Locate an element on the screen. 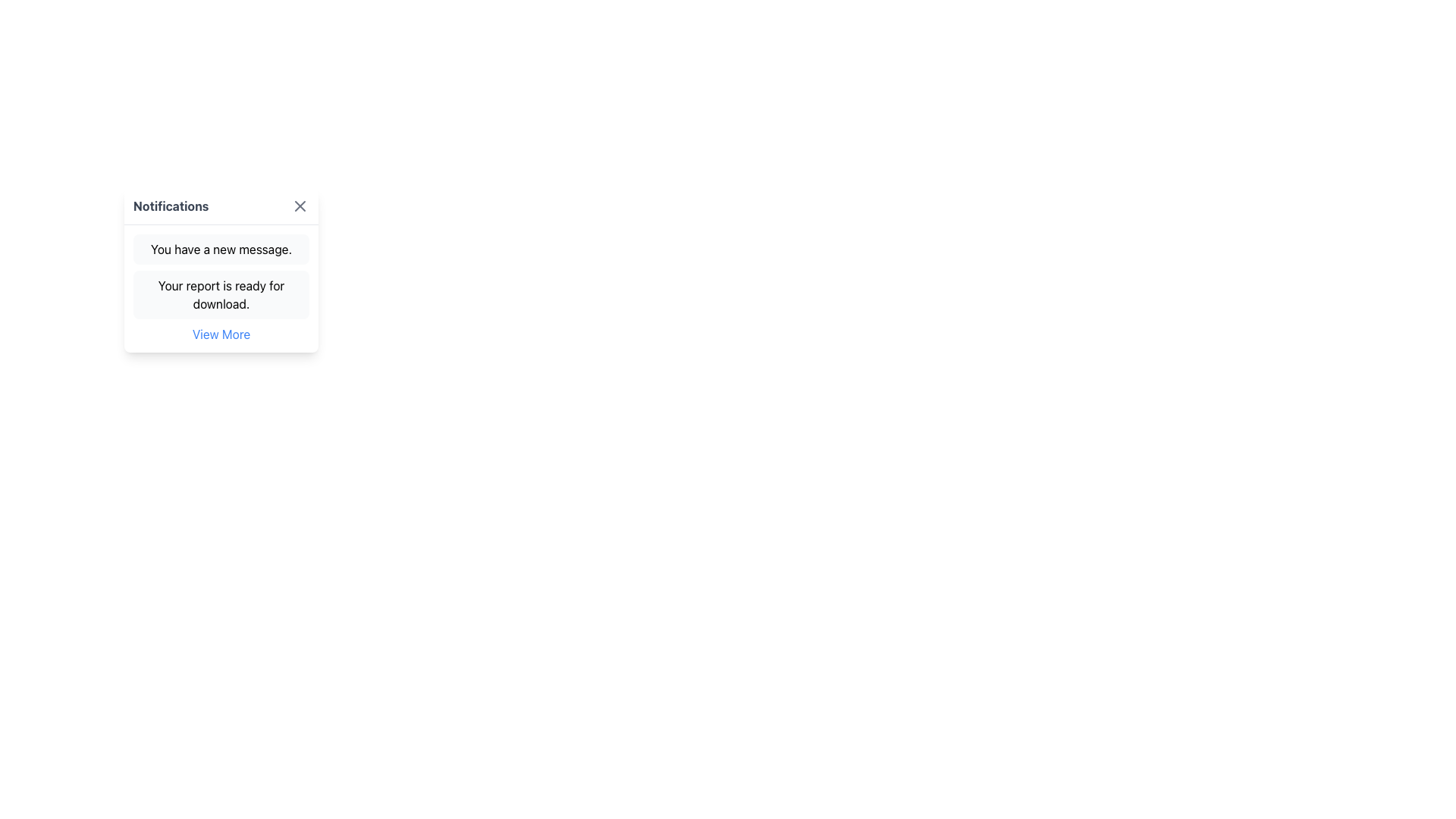 This screenshot has width=1456, height=819. the informational notification box with the message 'You have a new message.' by clicking on its center is located at coordinates (221, 248).